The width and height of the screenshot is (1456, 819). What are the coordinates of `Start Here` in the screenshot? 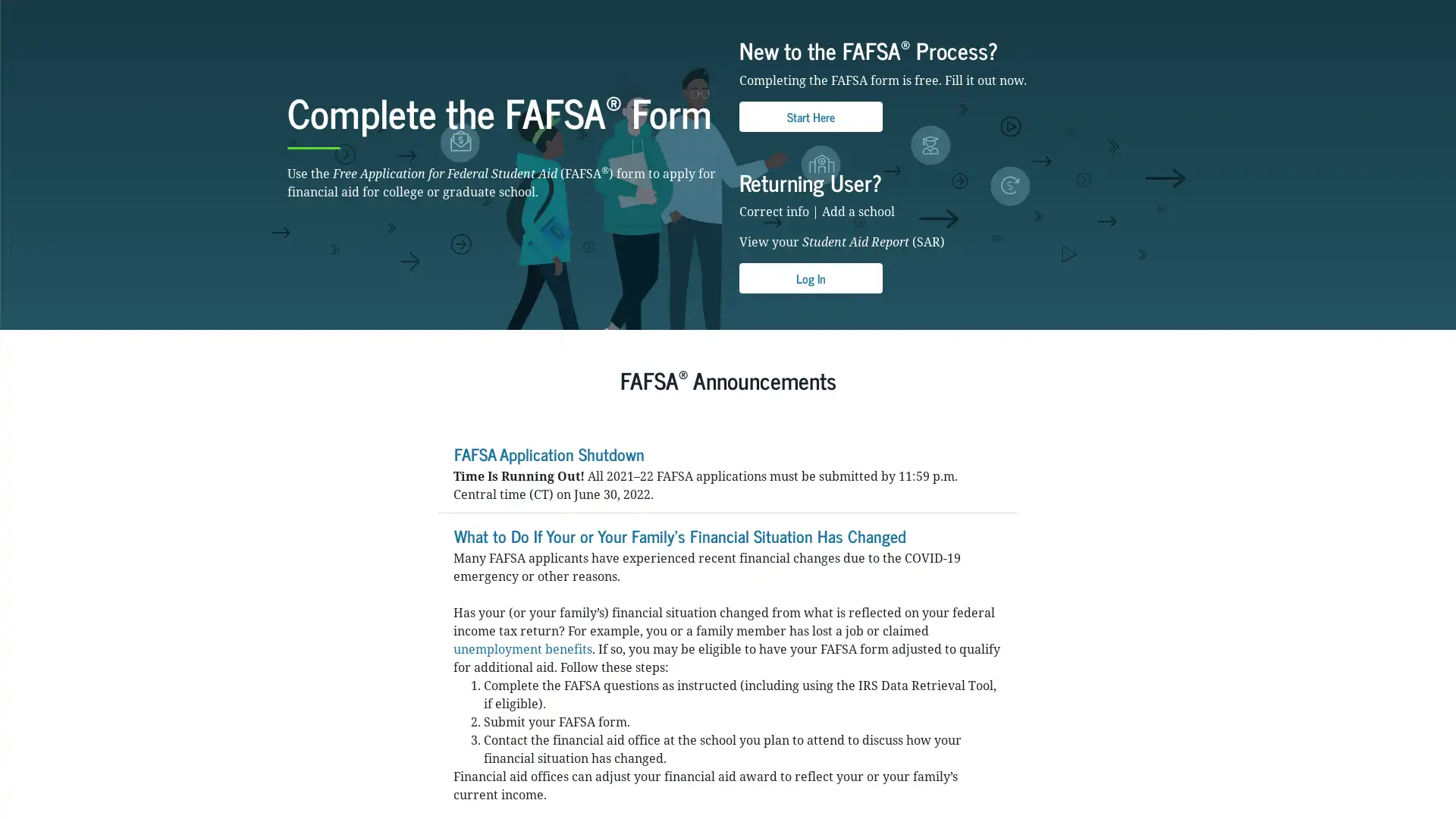 It's located at (810, 214).